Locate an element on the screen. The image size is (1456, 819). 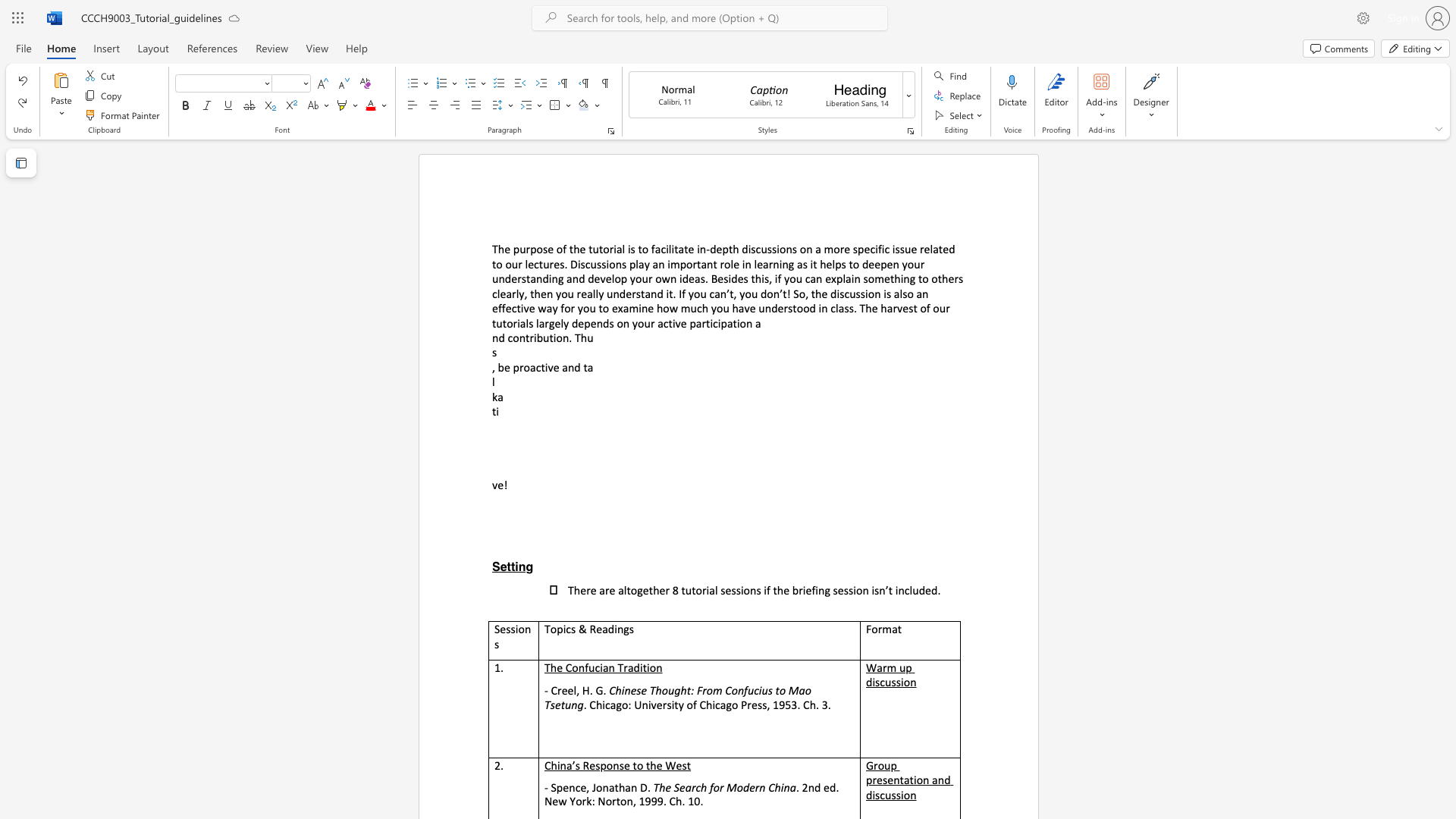
the subset text "Chinese Thought: From Confucius to Ma" within the text "Chinese Thought: From Confucius to Mao Tsetung" is located at coordinates (609, 690).